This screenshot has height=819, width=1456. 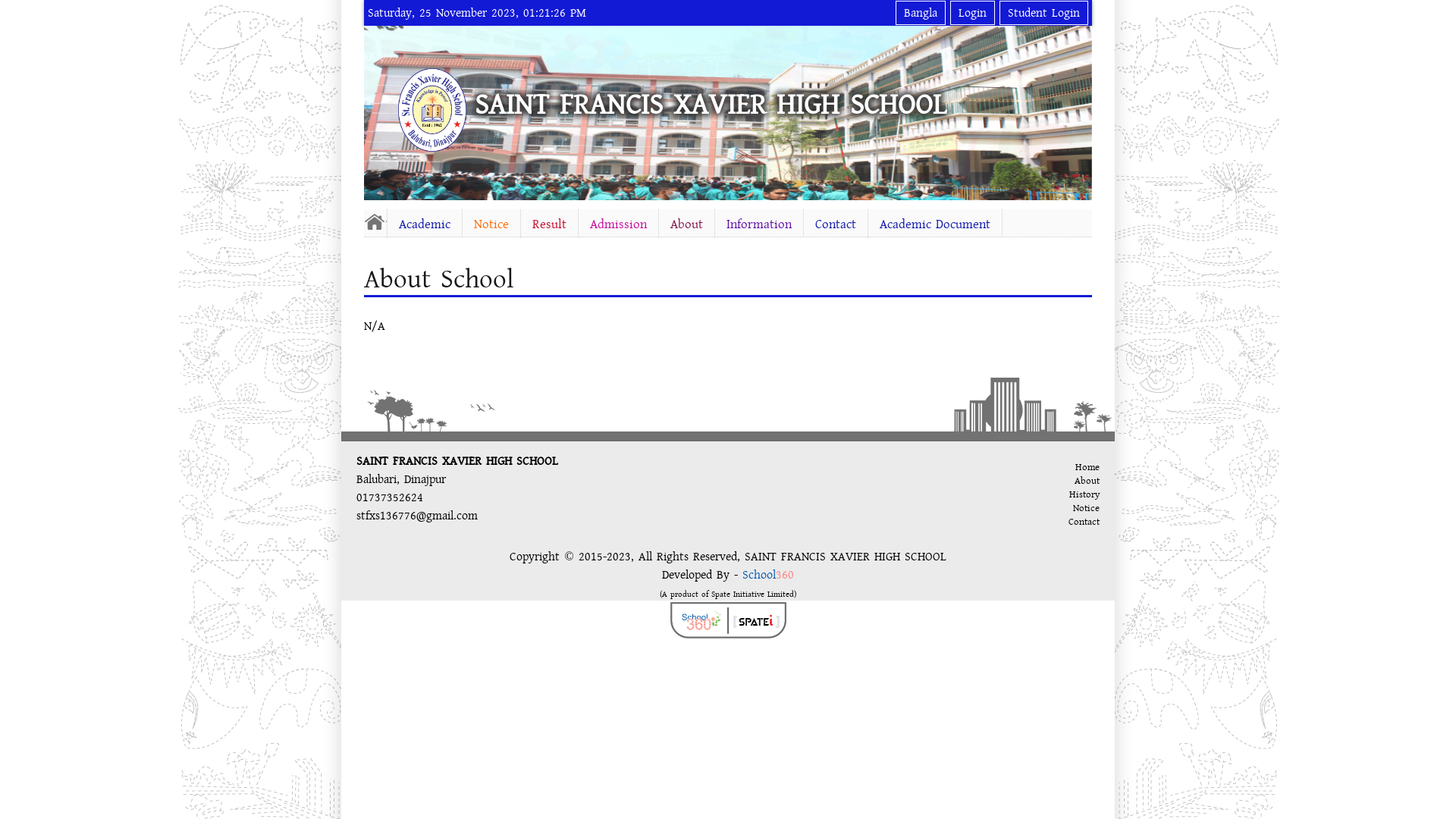 What do you see at coordinates (835, 224) in the screenshot?
I see `'Contact'` at bounding box center [835, 224].